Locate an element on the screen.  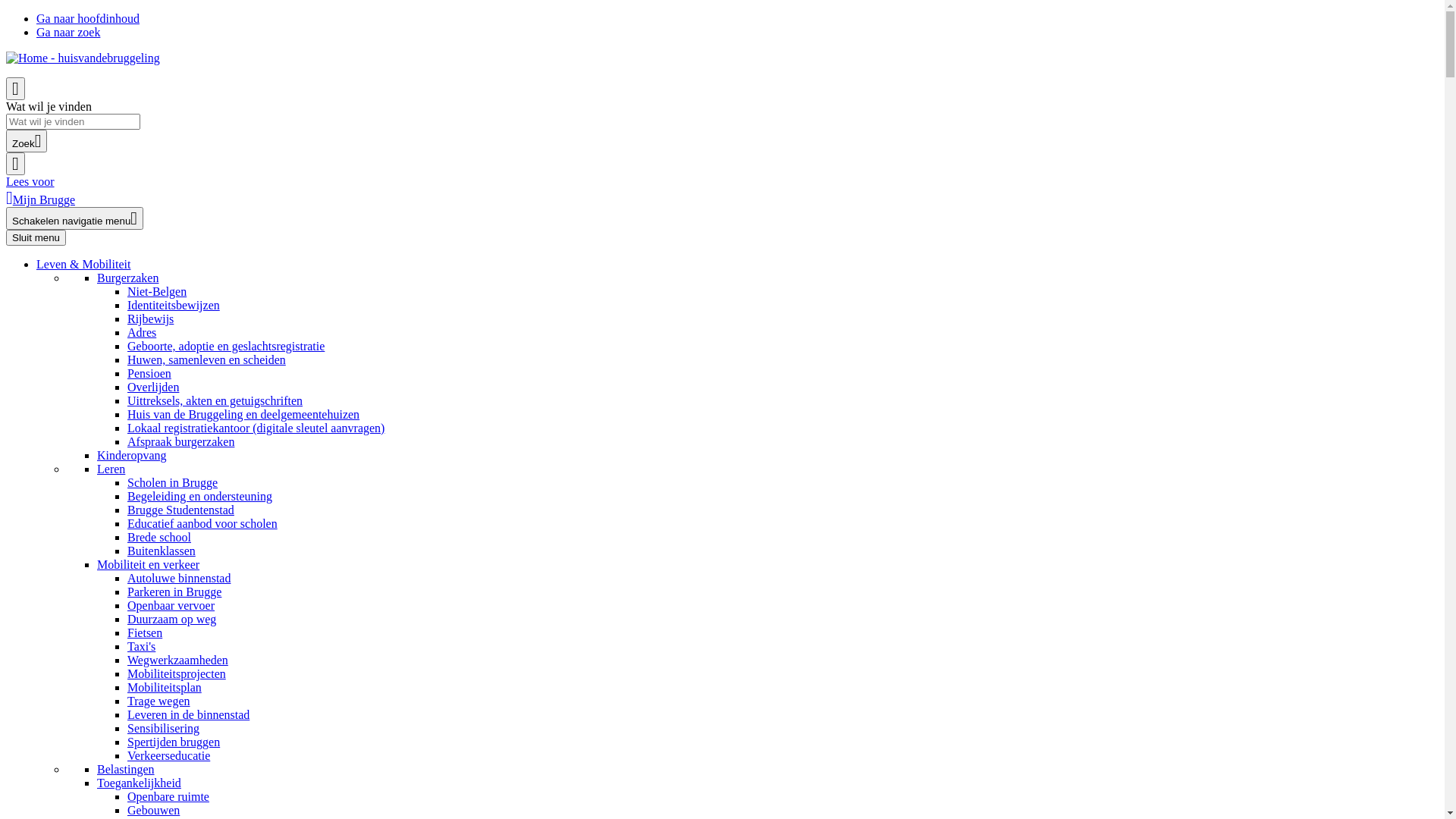
'Kinderopvang' is located at coordinates (131, 454).